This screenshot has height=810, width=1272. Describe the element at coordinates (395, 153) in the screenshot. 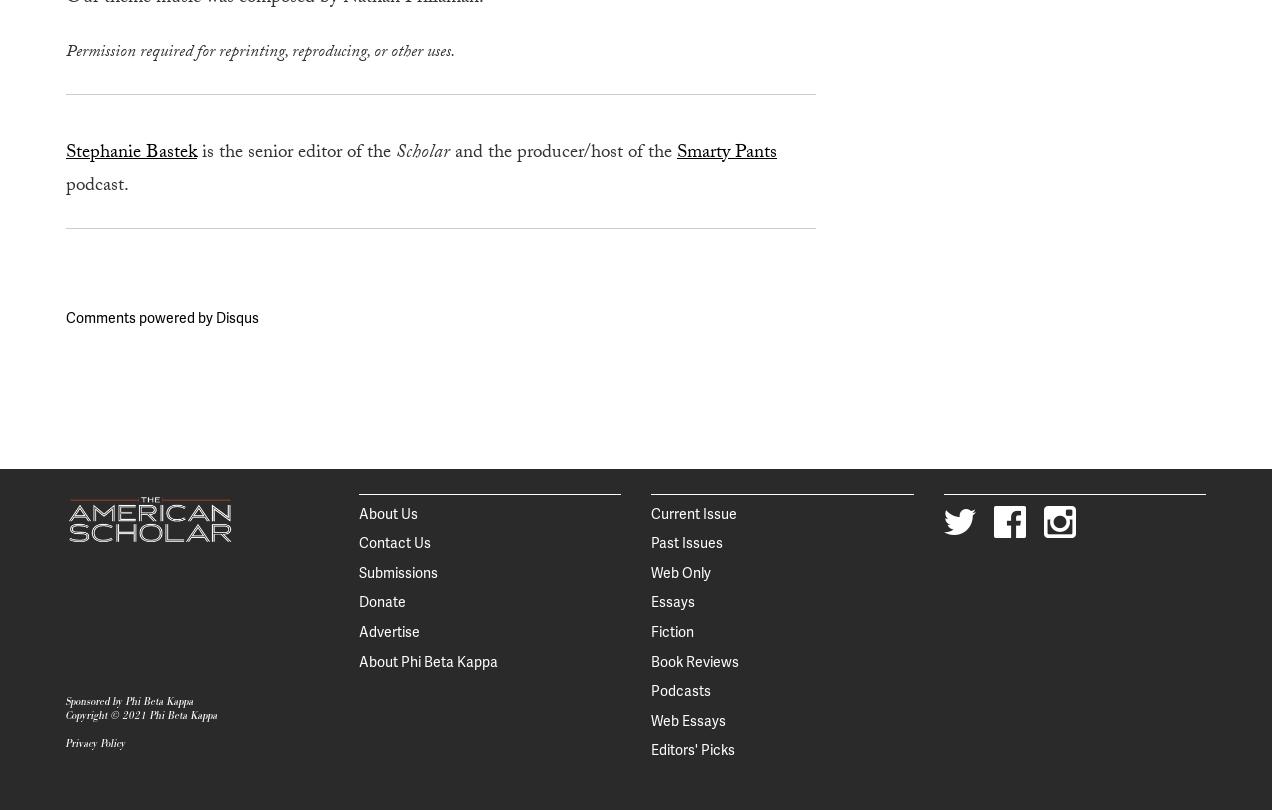

I see `'Scholar'` at that location.